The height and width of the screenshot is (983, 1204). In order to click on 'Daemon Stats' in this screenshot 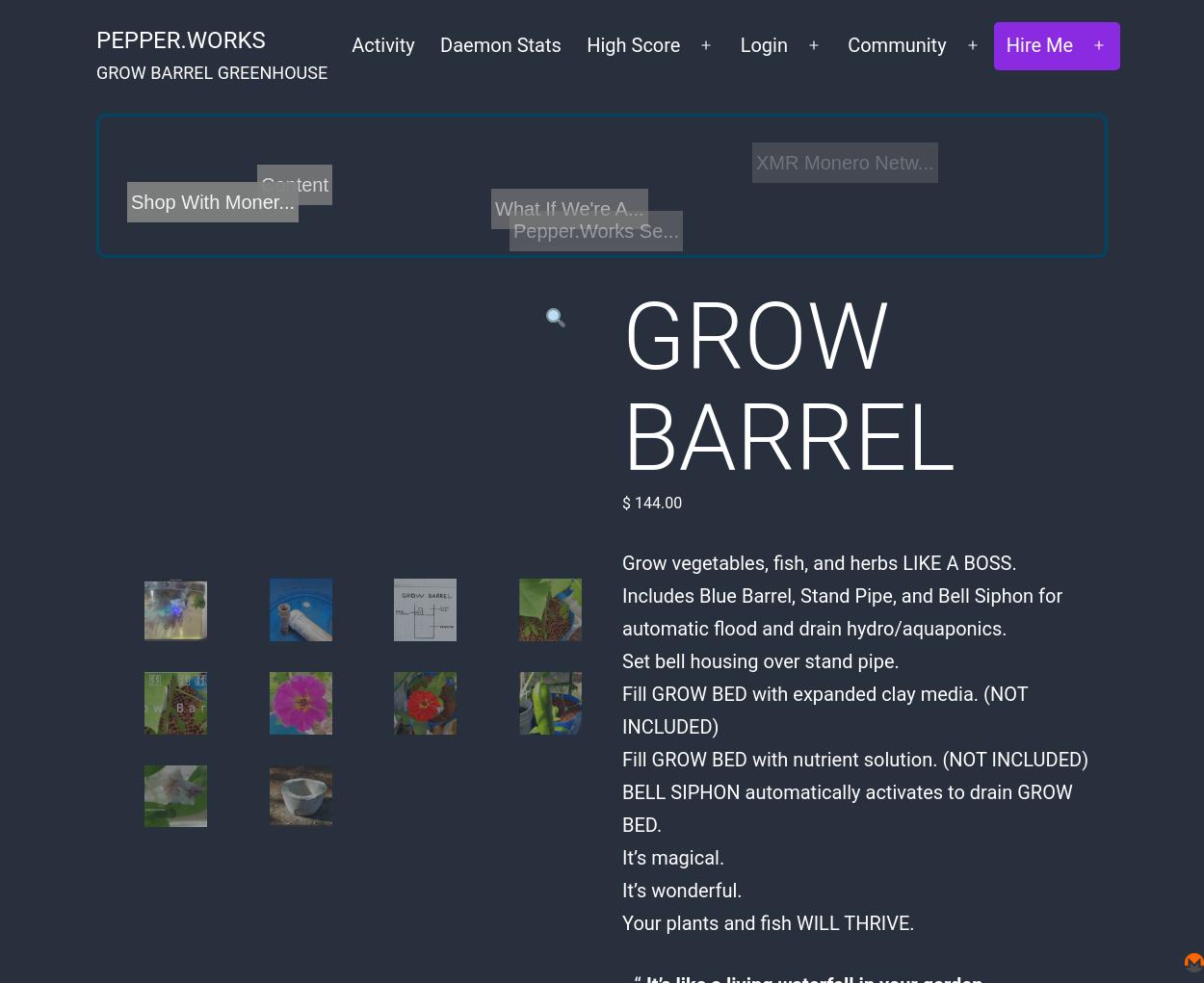, I will do `click(500, 44)`.